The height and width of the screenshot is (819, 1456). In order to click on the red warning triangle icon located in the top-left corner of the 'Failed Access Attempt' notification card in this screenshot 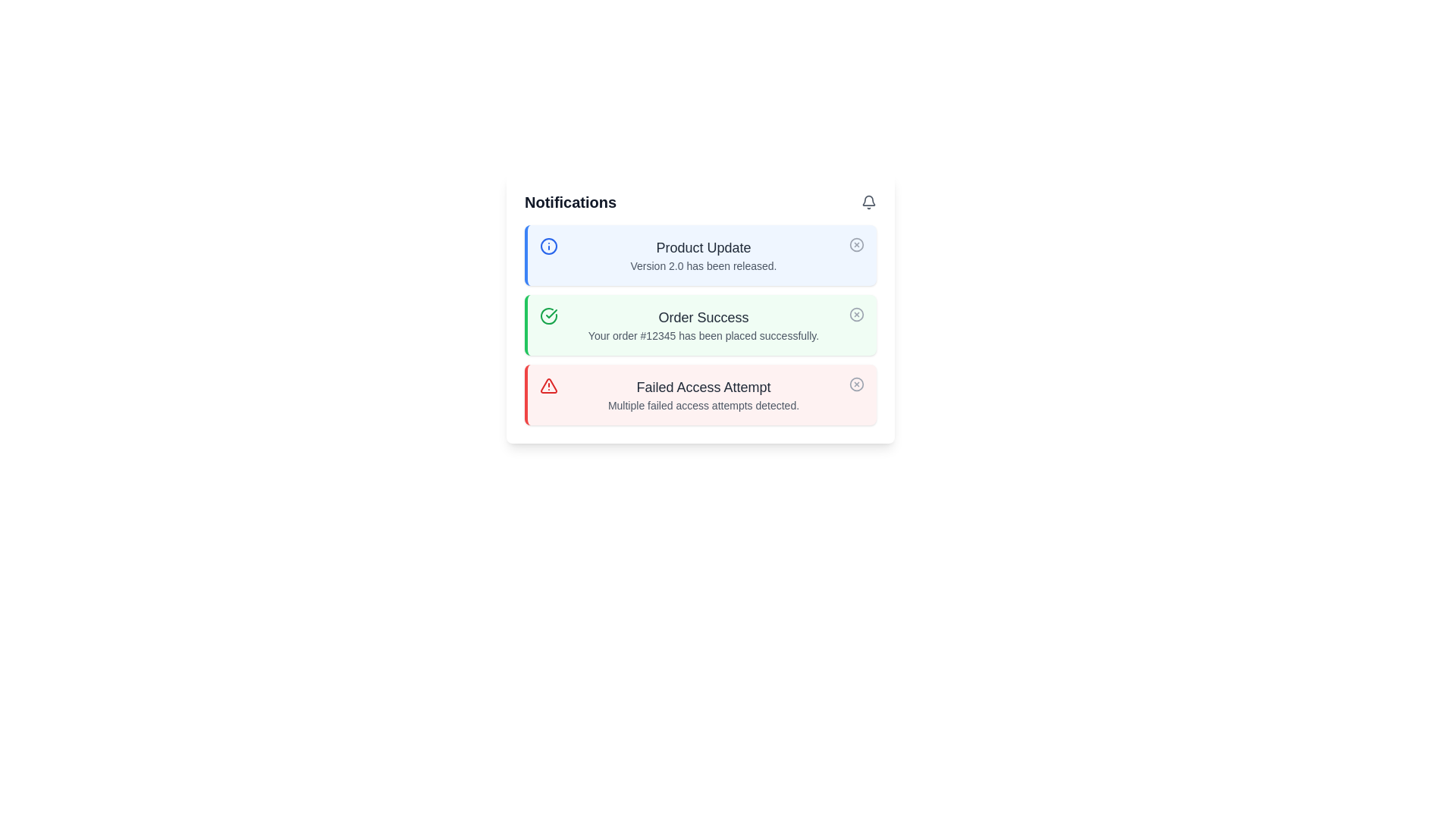, I will do `click(548, 385)`.